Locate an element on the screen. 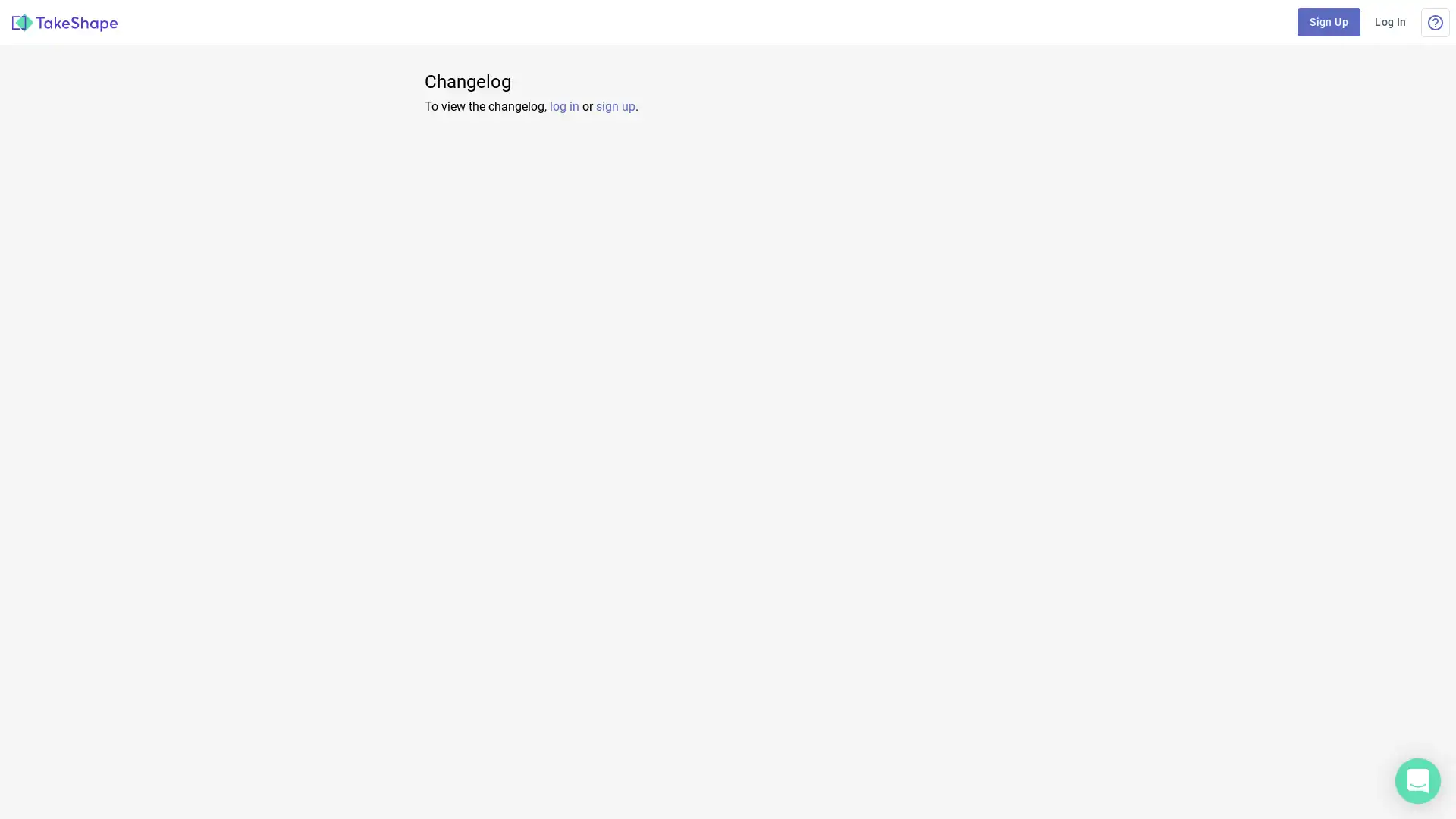 This screenshot has height=819, width=1456. Sign Up is located at coordinates (1328, 22).